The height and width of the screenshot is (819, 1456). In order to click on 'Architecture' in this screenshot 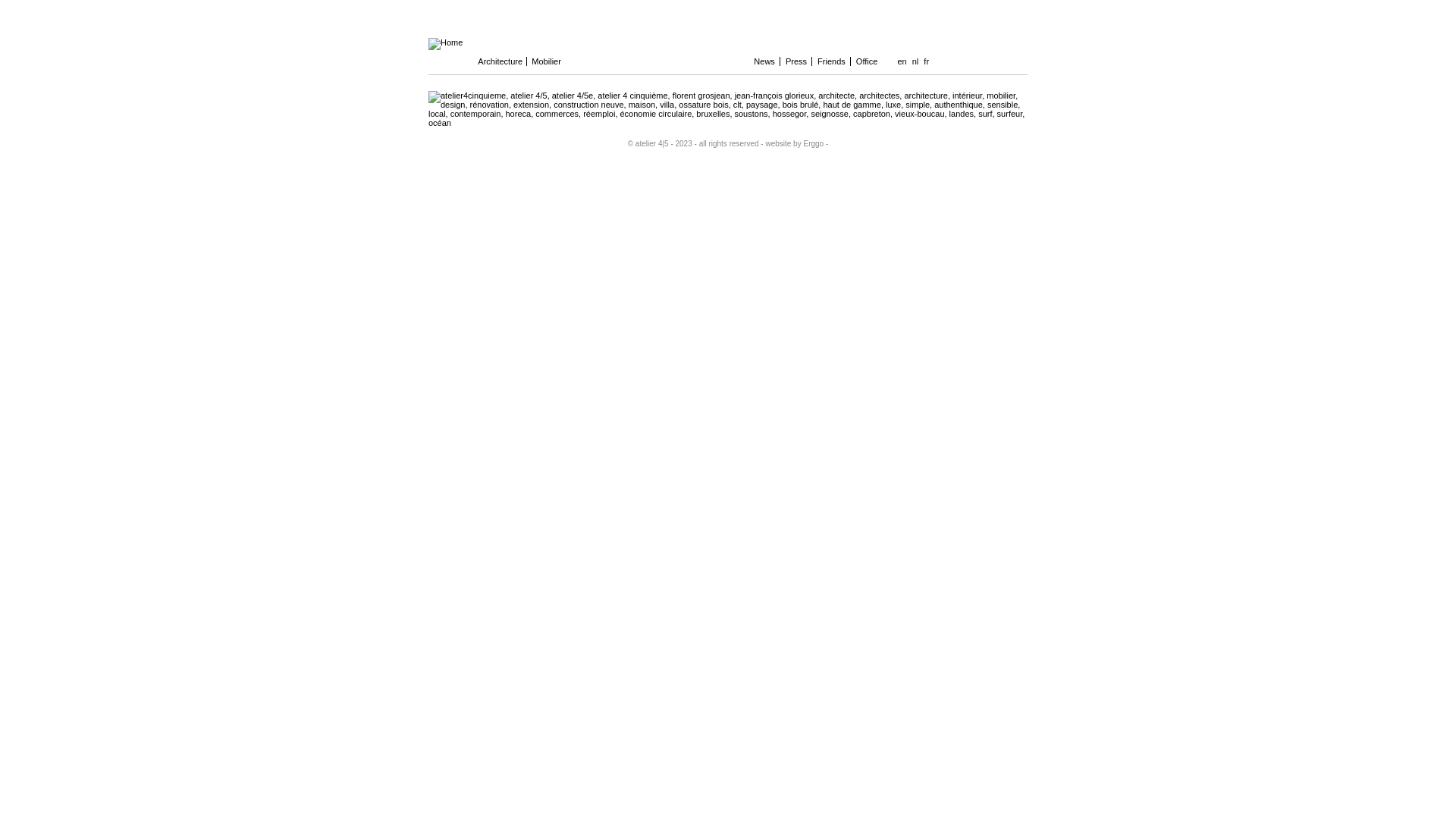, I will do `click(500, 61)`.